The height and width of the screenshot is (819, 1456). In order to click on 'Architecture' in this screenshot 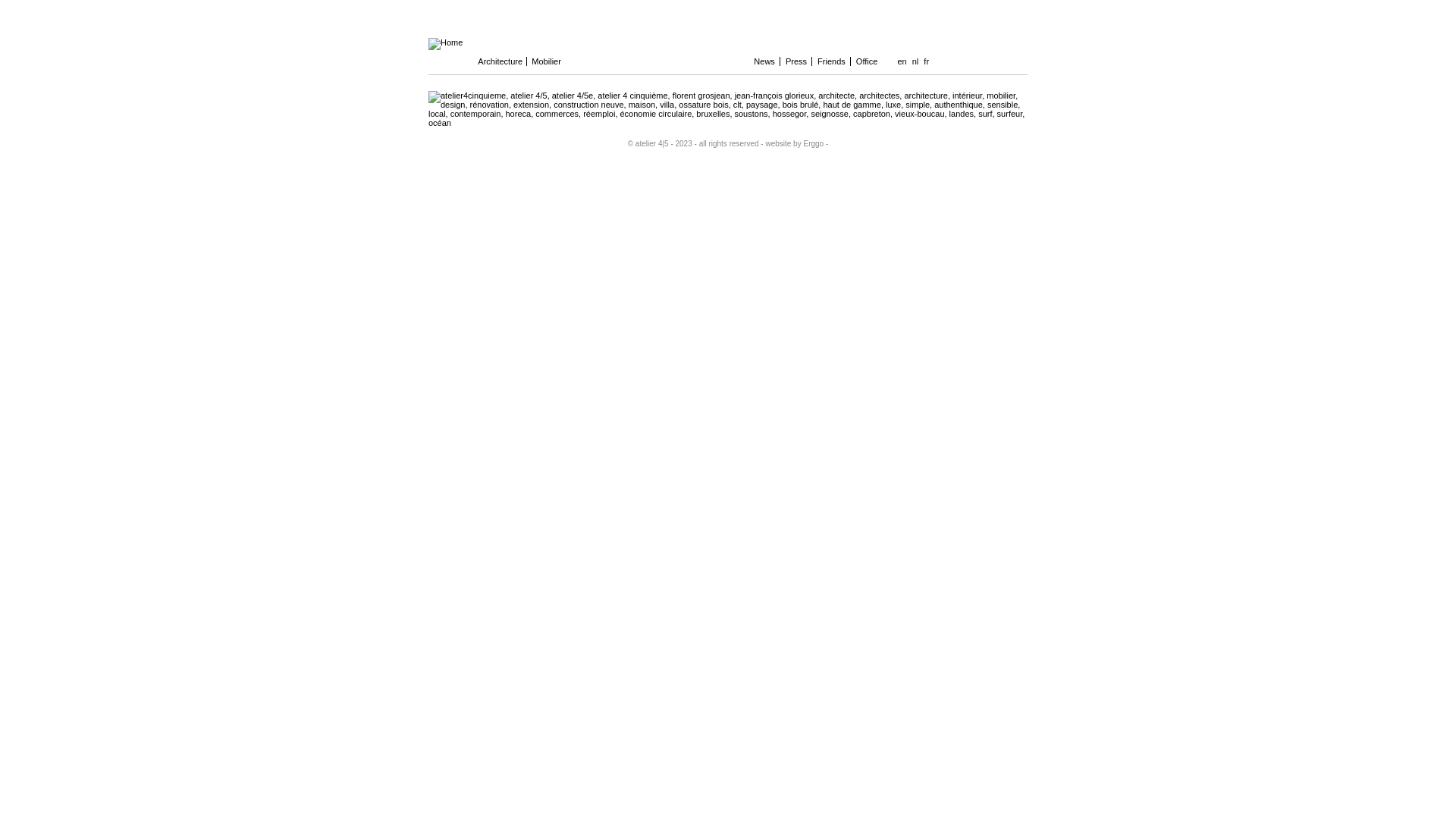, I will do `click(500, 61)`.